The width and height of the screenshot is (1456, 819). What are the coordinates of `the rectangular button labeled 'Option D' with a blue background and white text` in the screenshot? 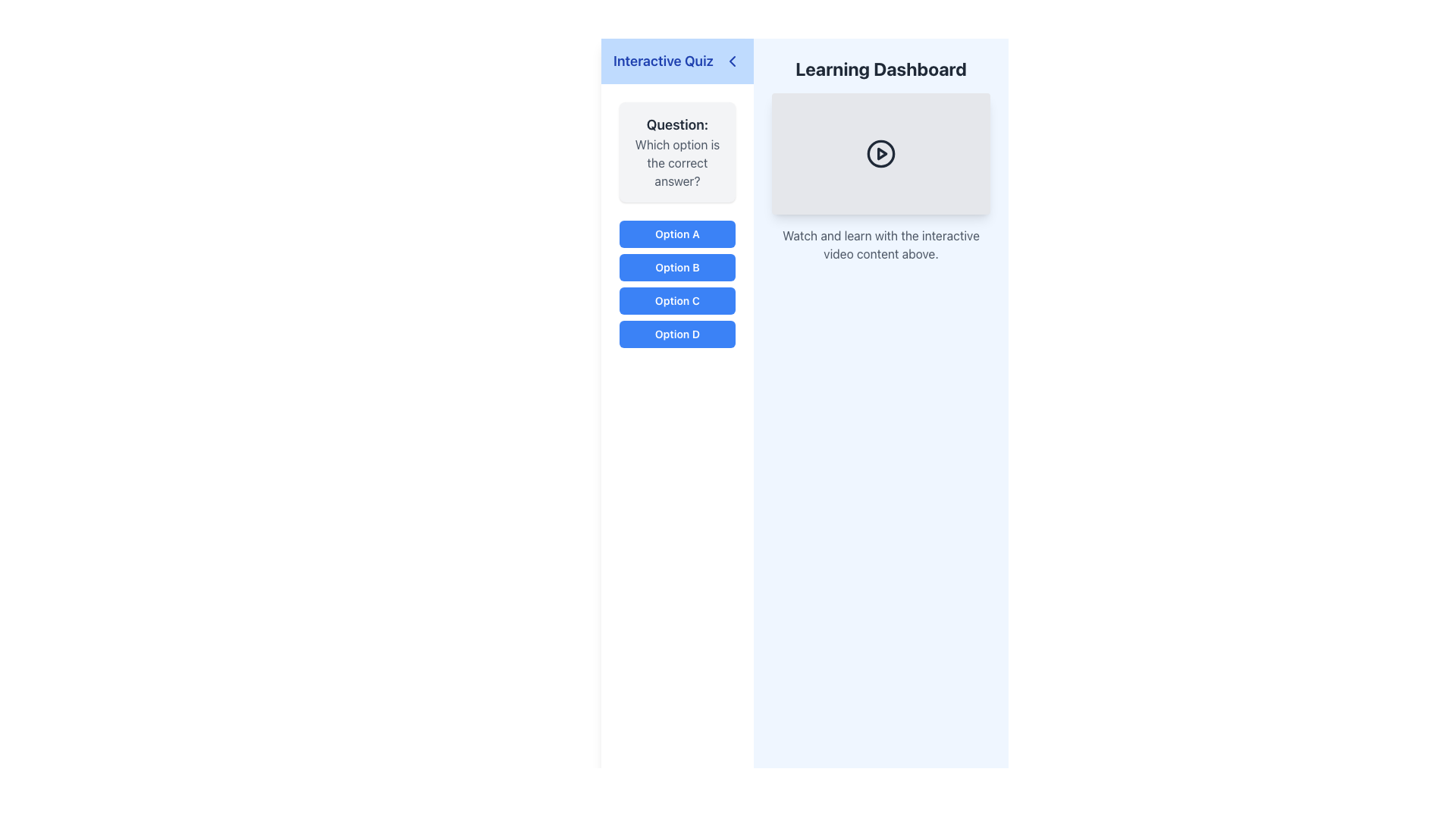 It's located at (676, 333).